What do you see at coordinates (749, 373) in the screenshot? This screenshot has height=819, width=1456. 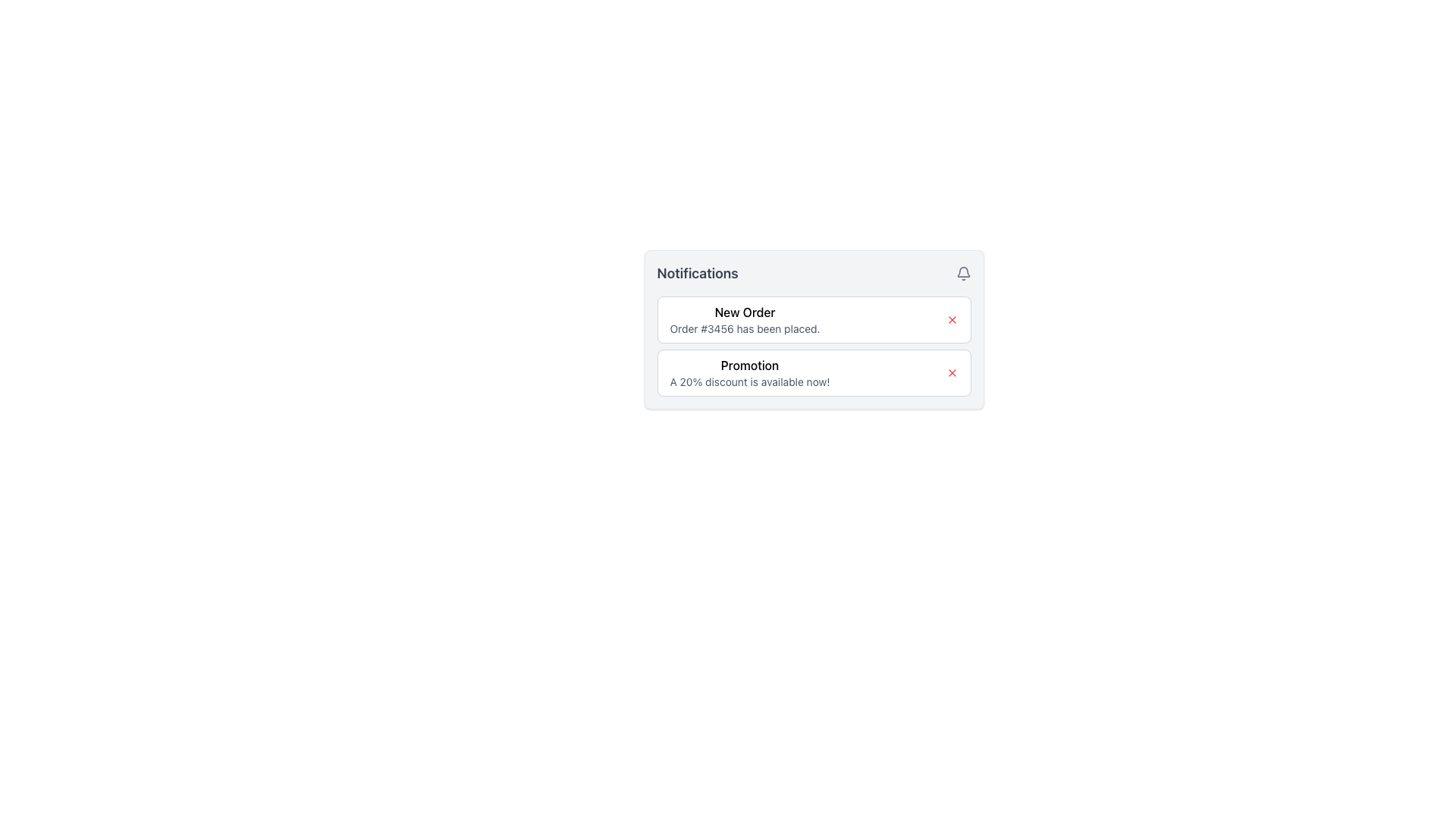 I see `the promotional offer notification text located in the second notification entry under the 'Notifications' panel, positioned beneath 'New Order' and above the dismiss 'X' button` at bounding box center [749, 373].